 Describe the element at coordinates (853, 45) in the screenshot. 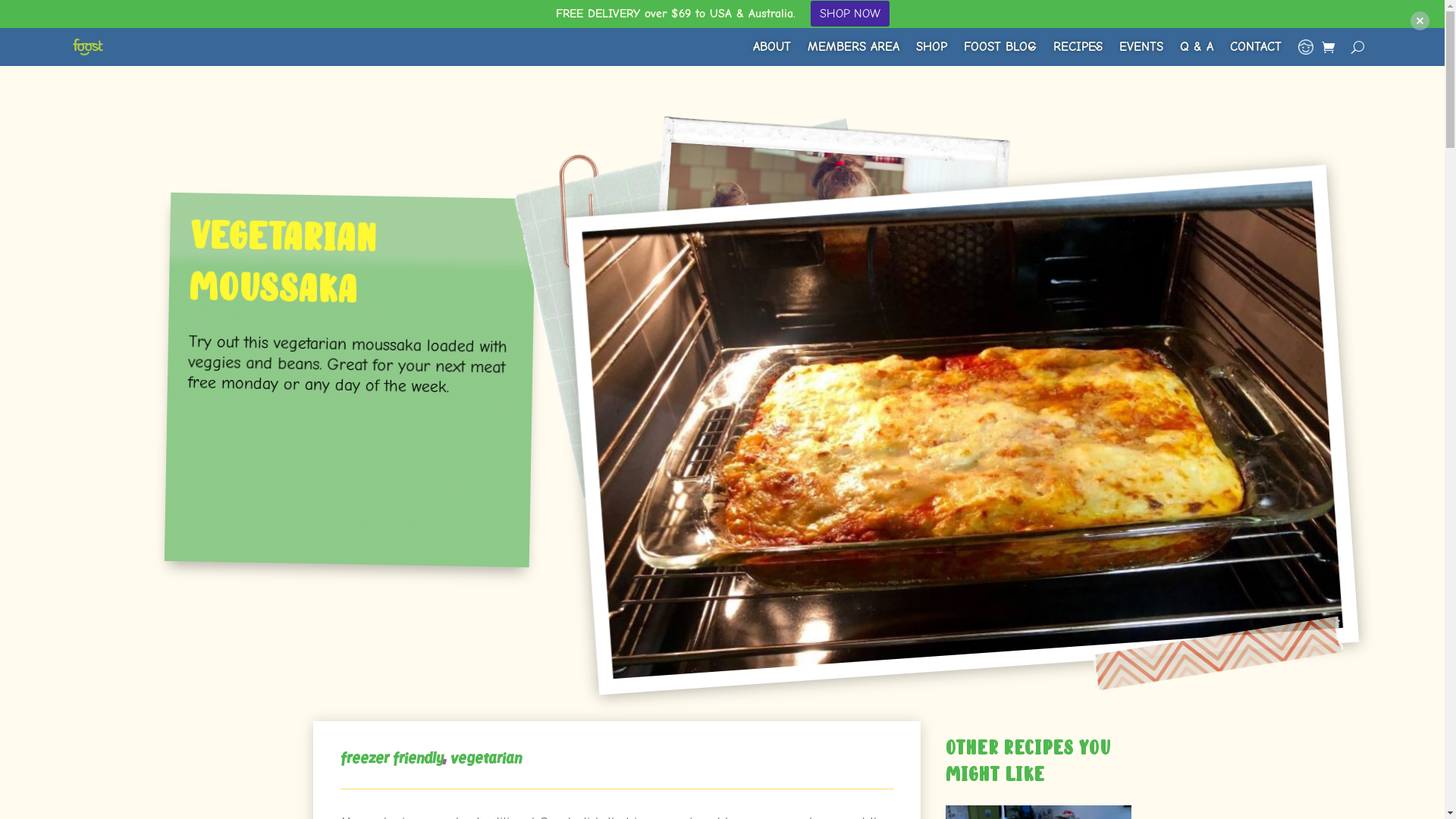

I see `'MEMBERS AREA'` at that location.